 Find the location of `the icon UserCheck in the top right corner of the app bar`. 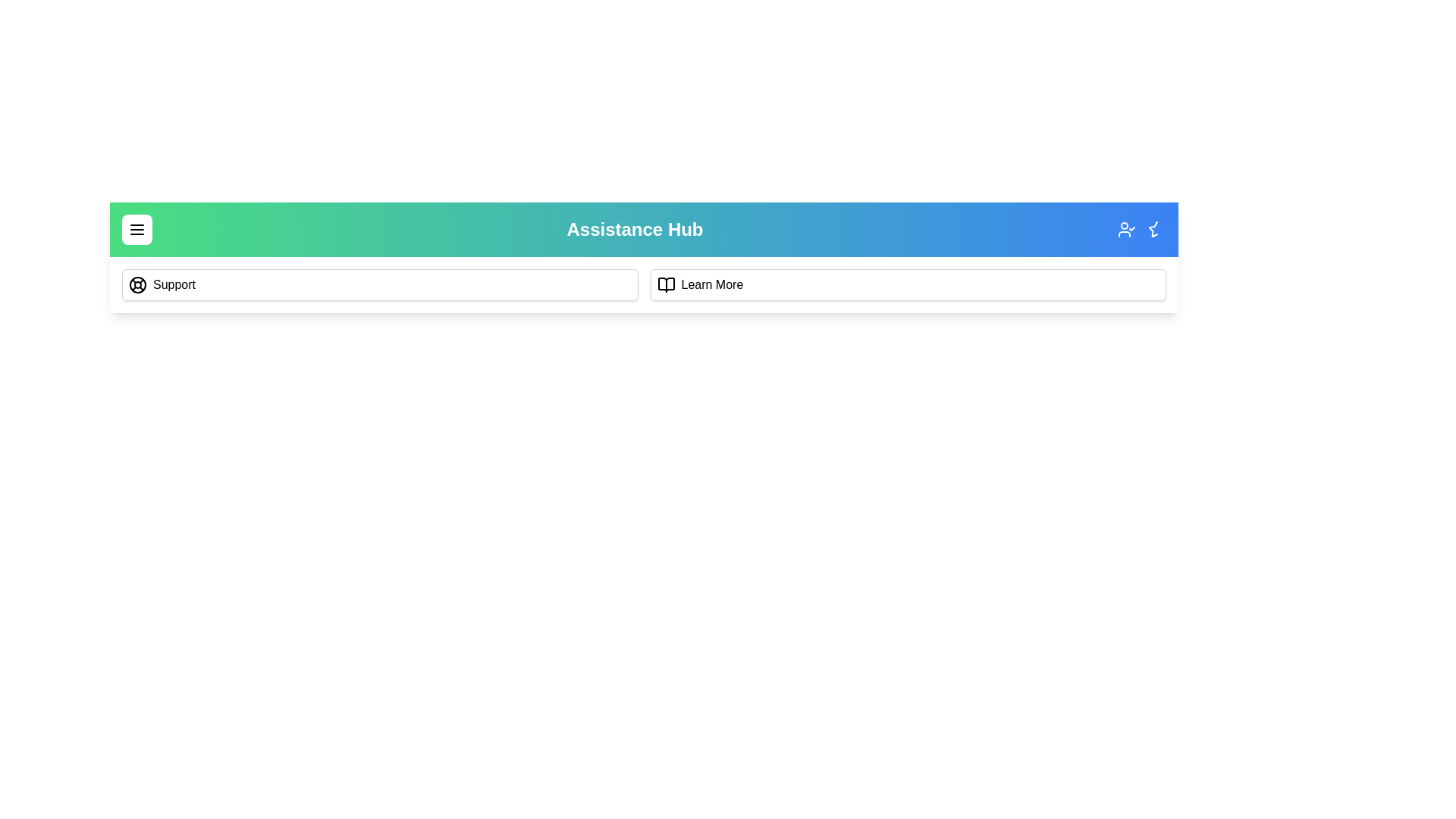

the icon UserCheck in the top right corner of the app bar is located at coordinates (1127, 230).